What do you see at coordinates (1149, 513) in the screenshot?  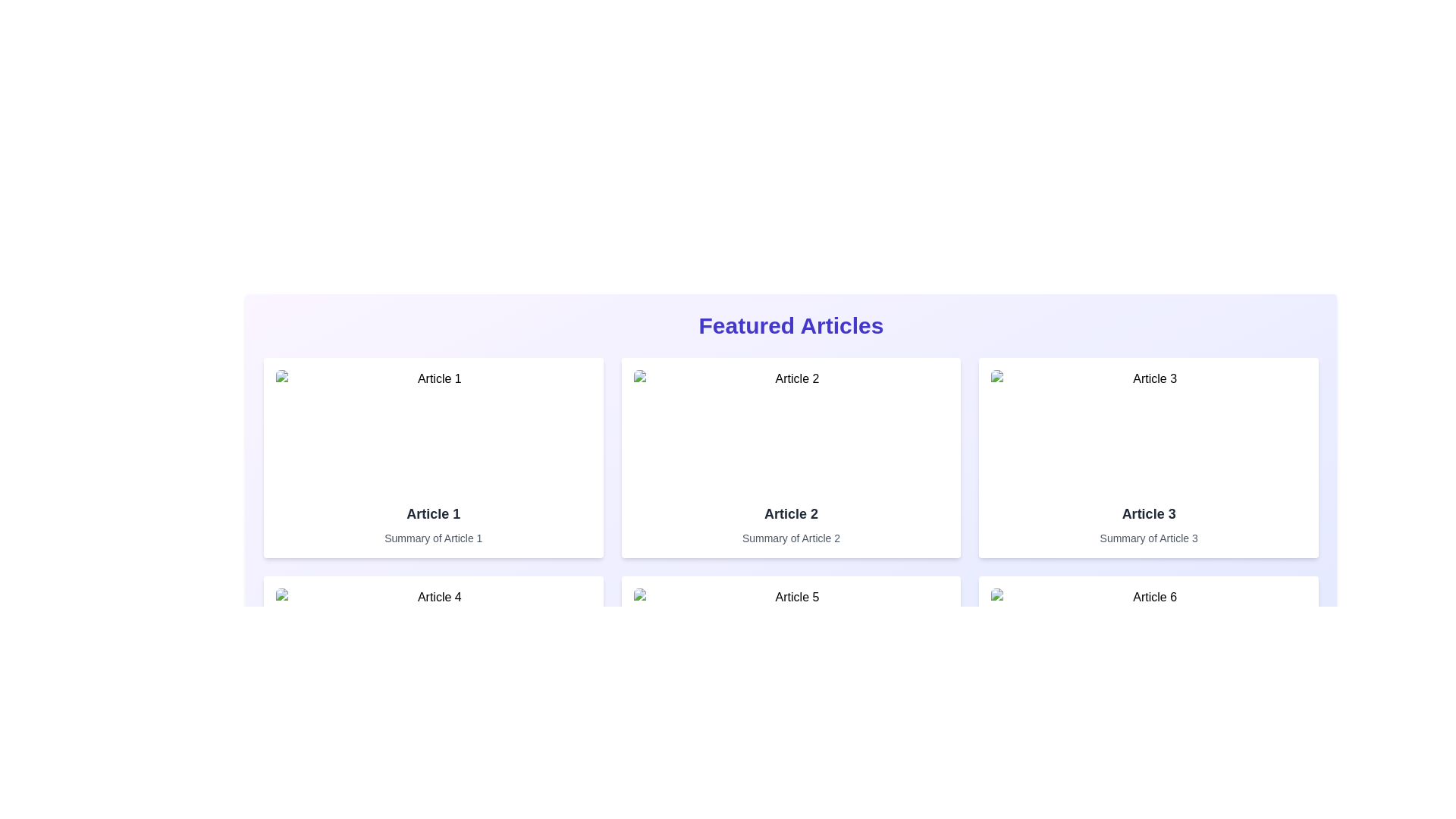 I see `bold text label 'Article 3' located centrally within the white card in the third column of the top row of the grid layout` at bounding box center [1149, 513].